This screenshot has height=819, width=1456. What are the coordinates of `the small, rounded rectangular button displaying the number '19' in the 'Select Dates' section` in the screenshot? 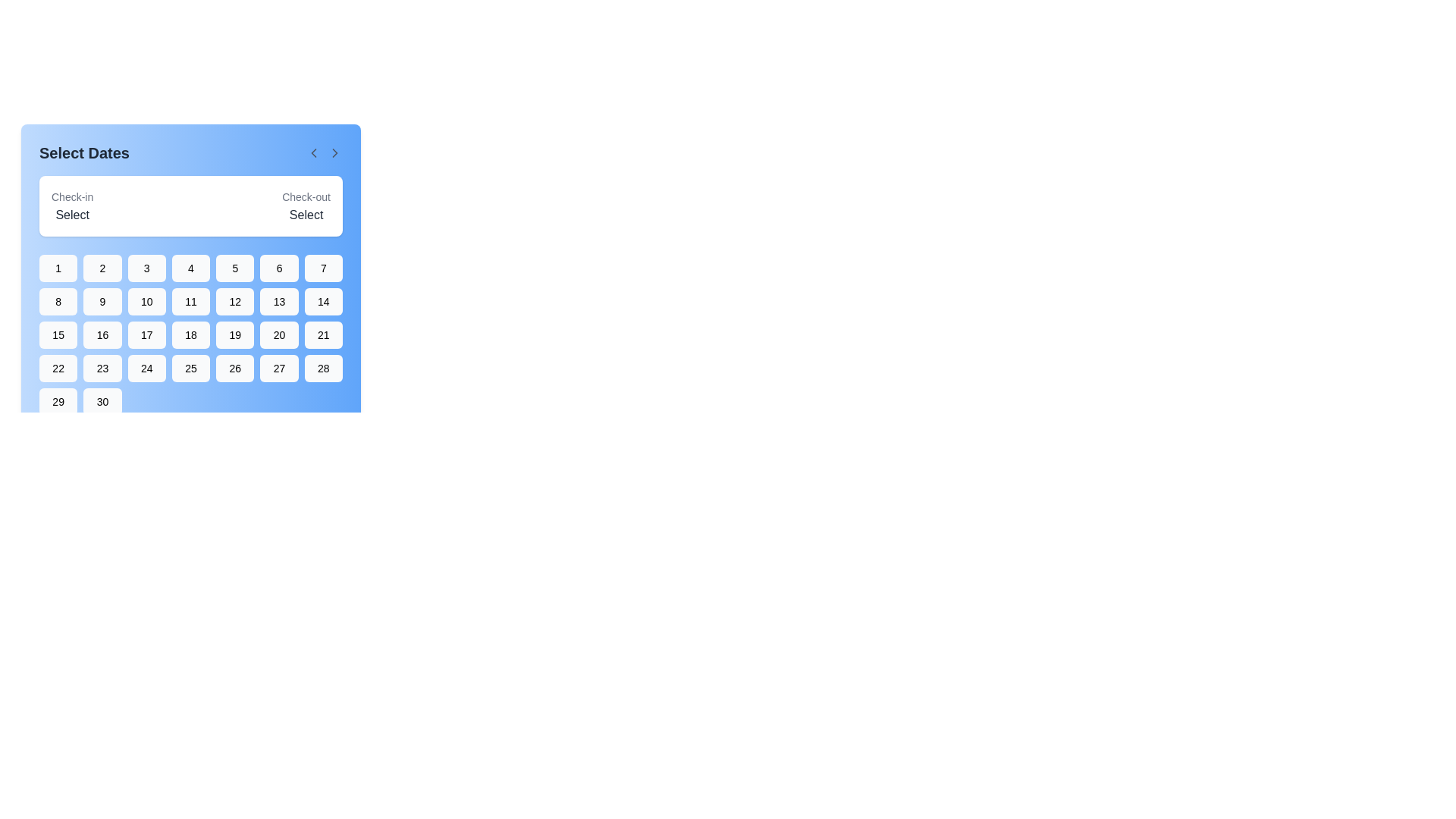 It's located at (234, 334).